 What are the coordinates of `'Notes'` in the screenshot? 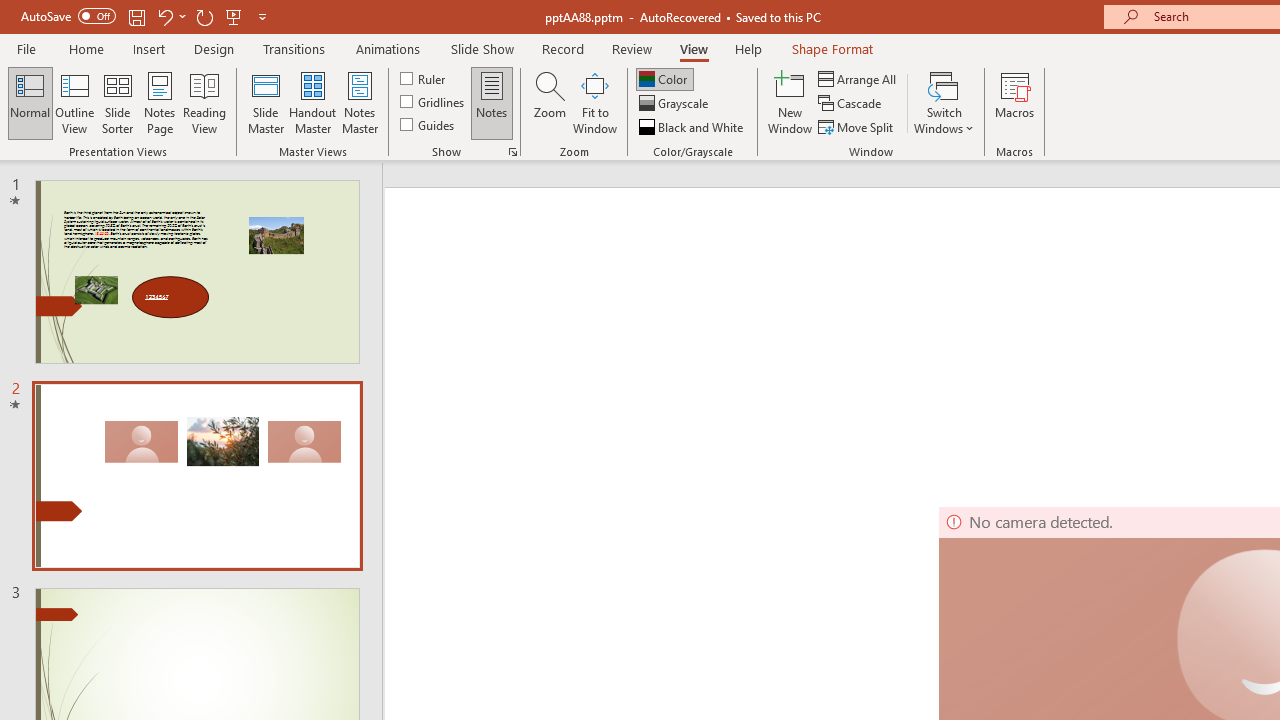 It's located at (492, 103).